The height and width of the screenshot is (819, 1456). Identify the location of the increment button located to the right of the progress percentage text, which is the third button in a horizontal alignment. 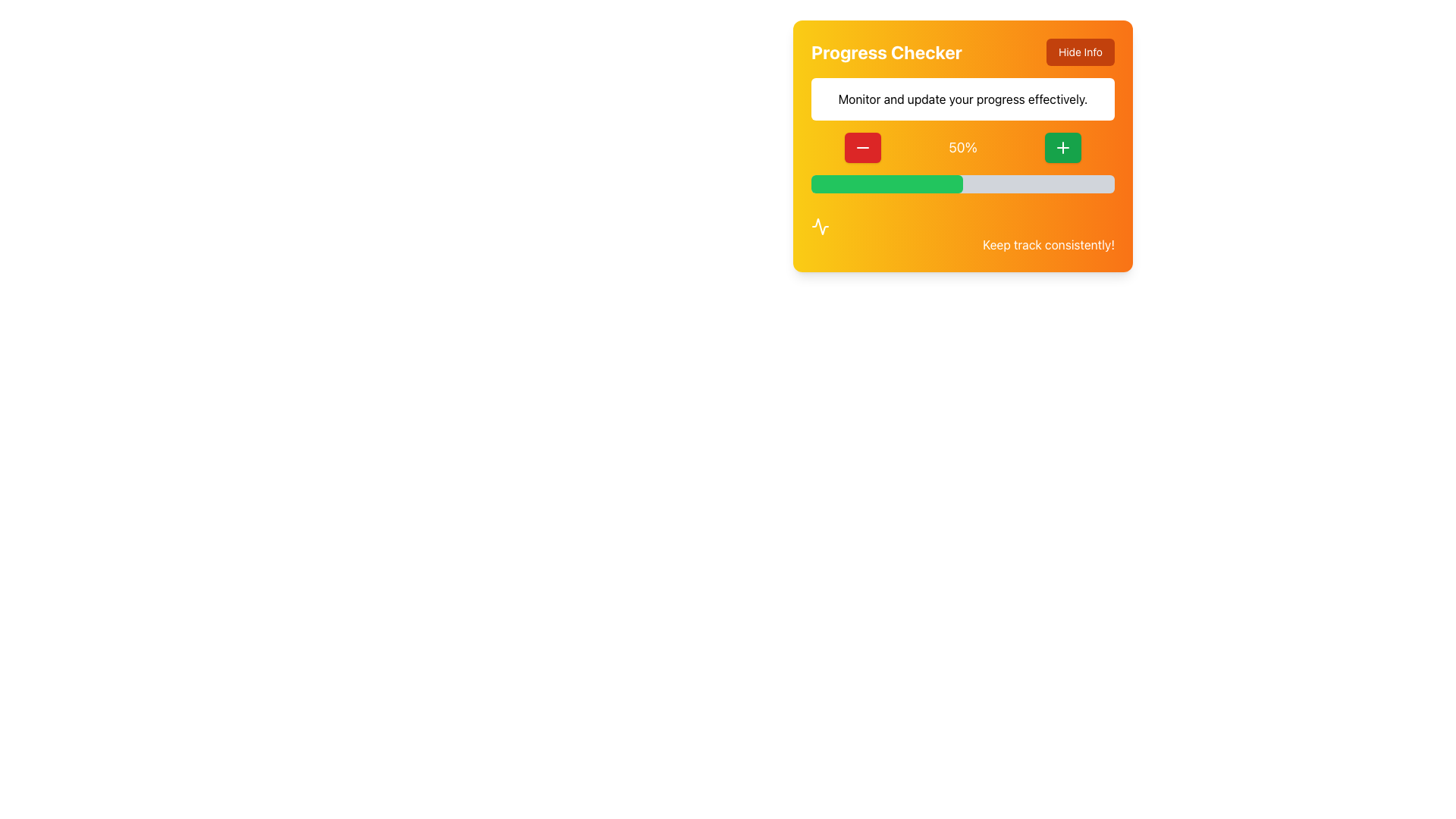
(1062, 148).